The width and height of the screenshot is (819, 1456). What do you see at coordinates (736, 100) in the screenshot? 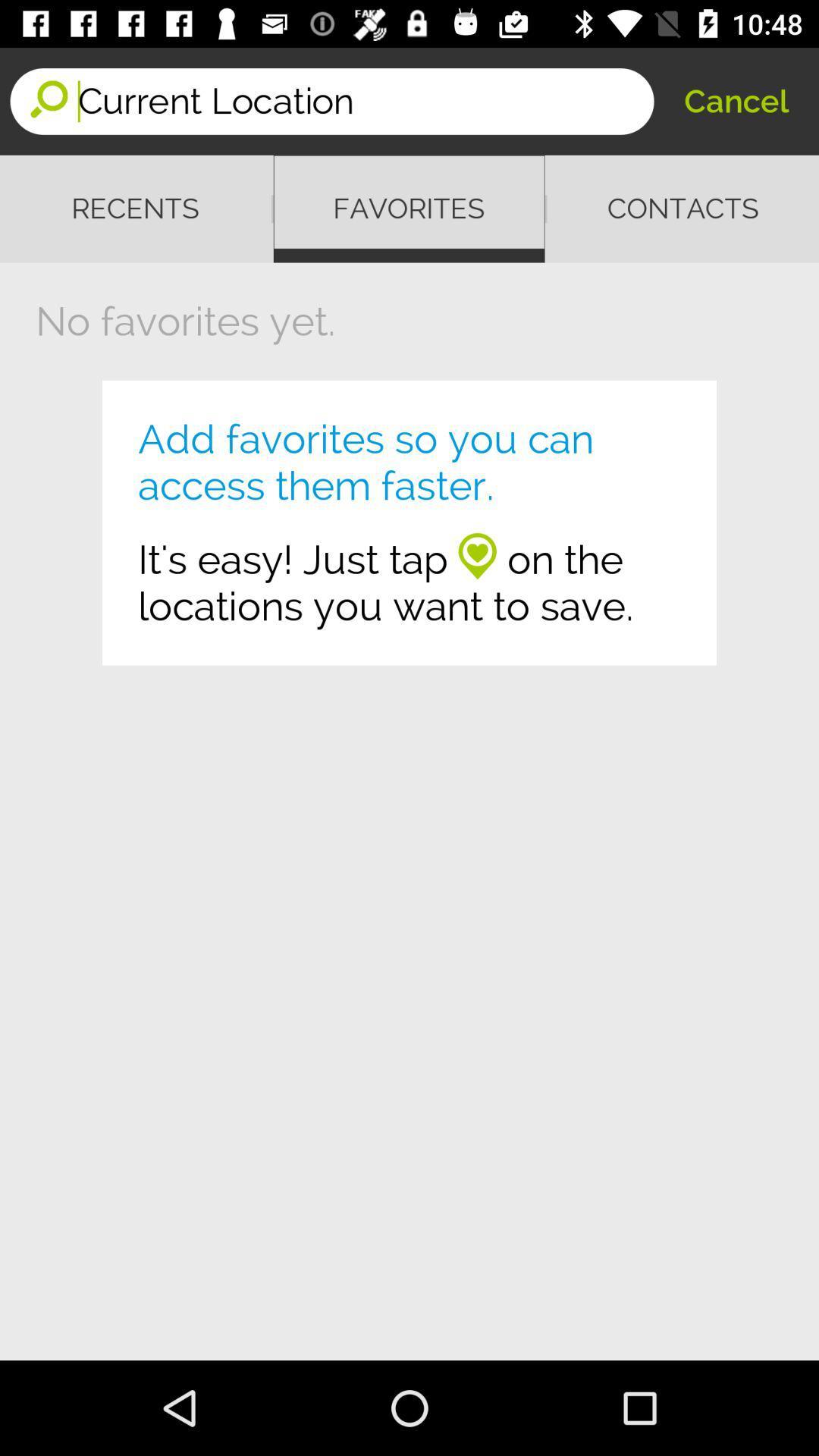
I see `cancel icon` at bounding box center [736, 100].